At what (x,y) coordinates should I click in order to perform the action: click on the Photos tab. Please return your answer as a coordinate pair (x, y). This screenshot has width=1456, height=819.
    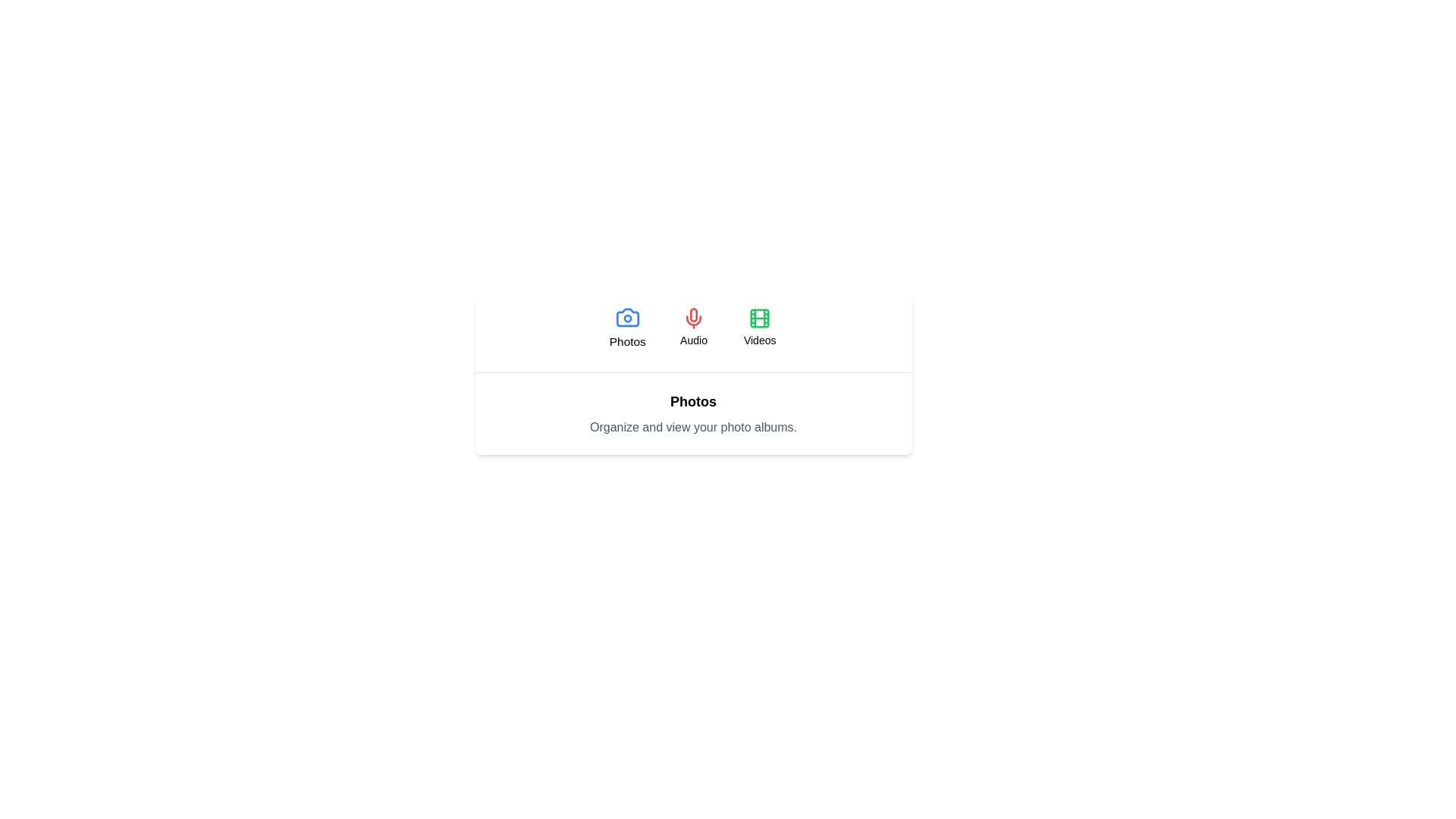
    Looking at the image, I should click on (627, 327).